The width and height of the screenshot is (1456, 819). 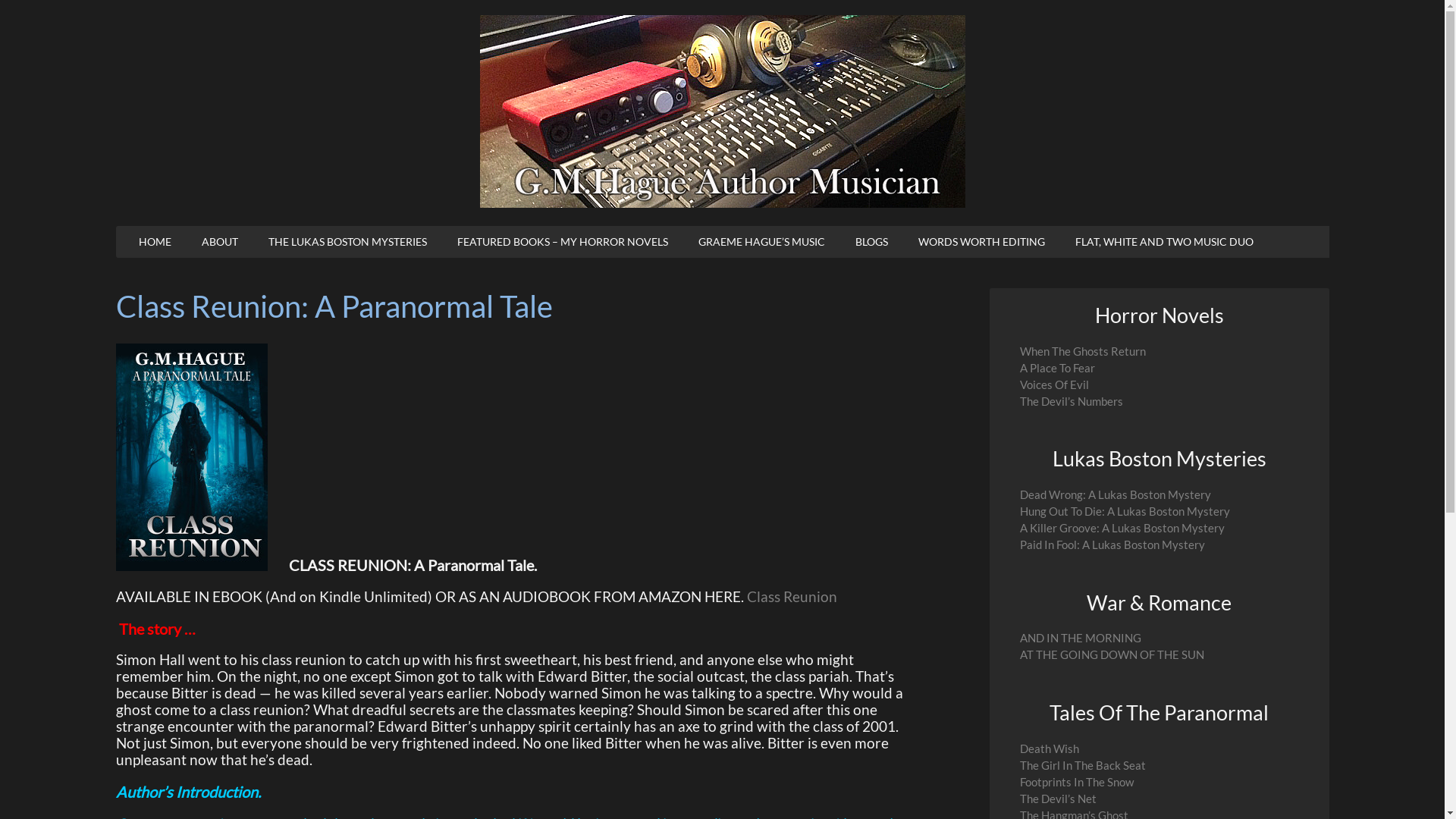 I want to click on 'Dead Wrong: A Lukas Boston Mystery', so click(x=1114, y=494).